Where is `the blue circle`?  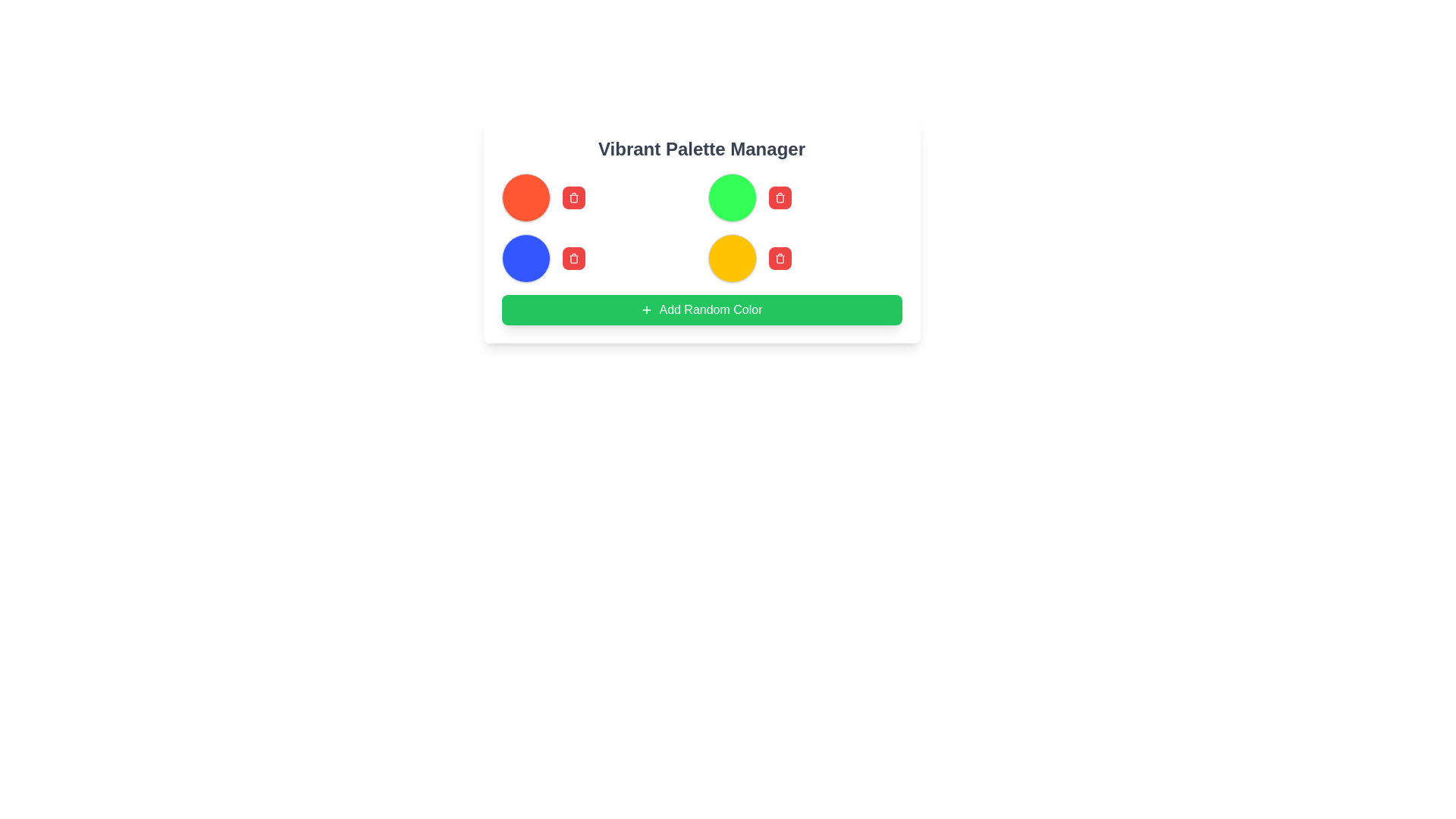
the blue circle is located at coordinates (598, 257).